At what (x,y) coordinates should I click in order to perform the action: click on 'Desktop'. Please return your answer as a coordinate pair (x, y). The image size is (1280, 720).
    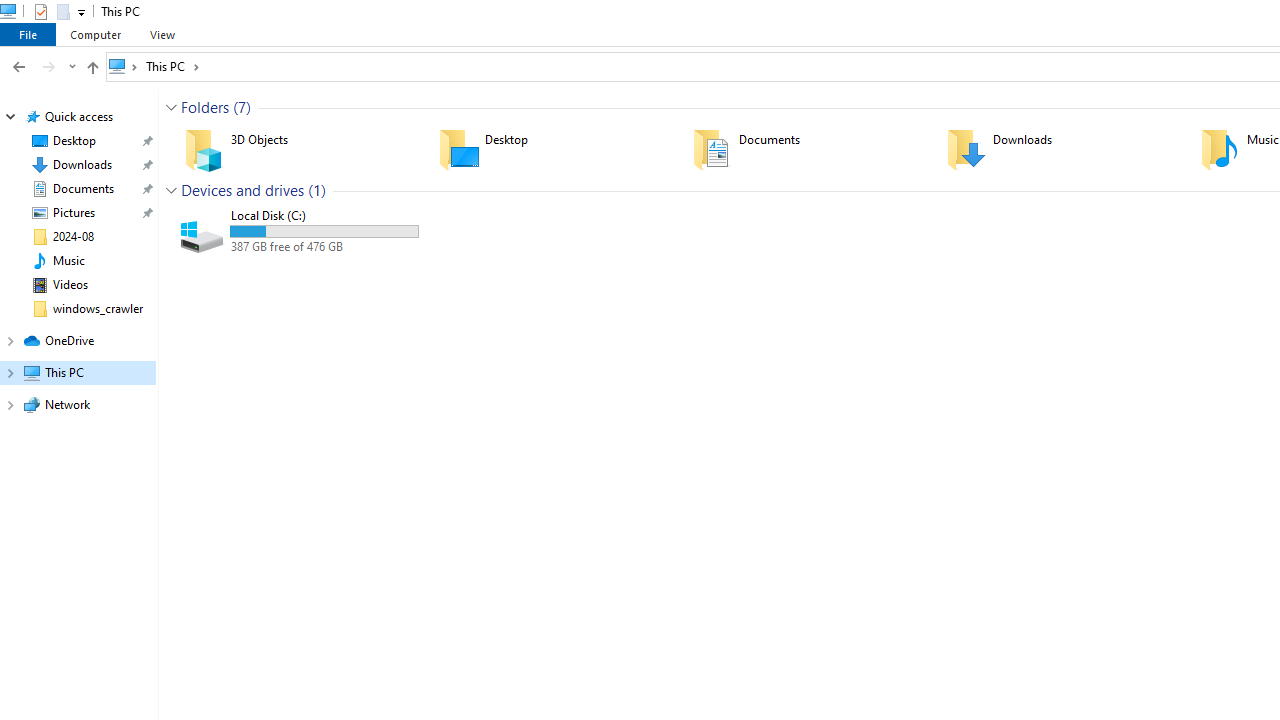
    Looking at the image, I should click on (552, 148).